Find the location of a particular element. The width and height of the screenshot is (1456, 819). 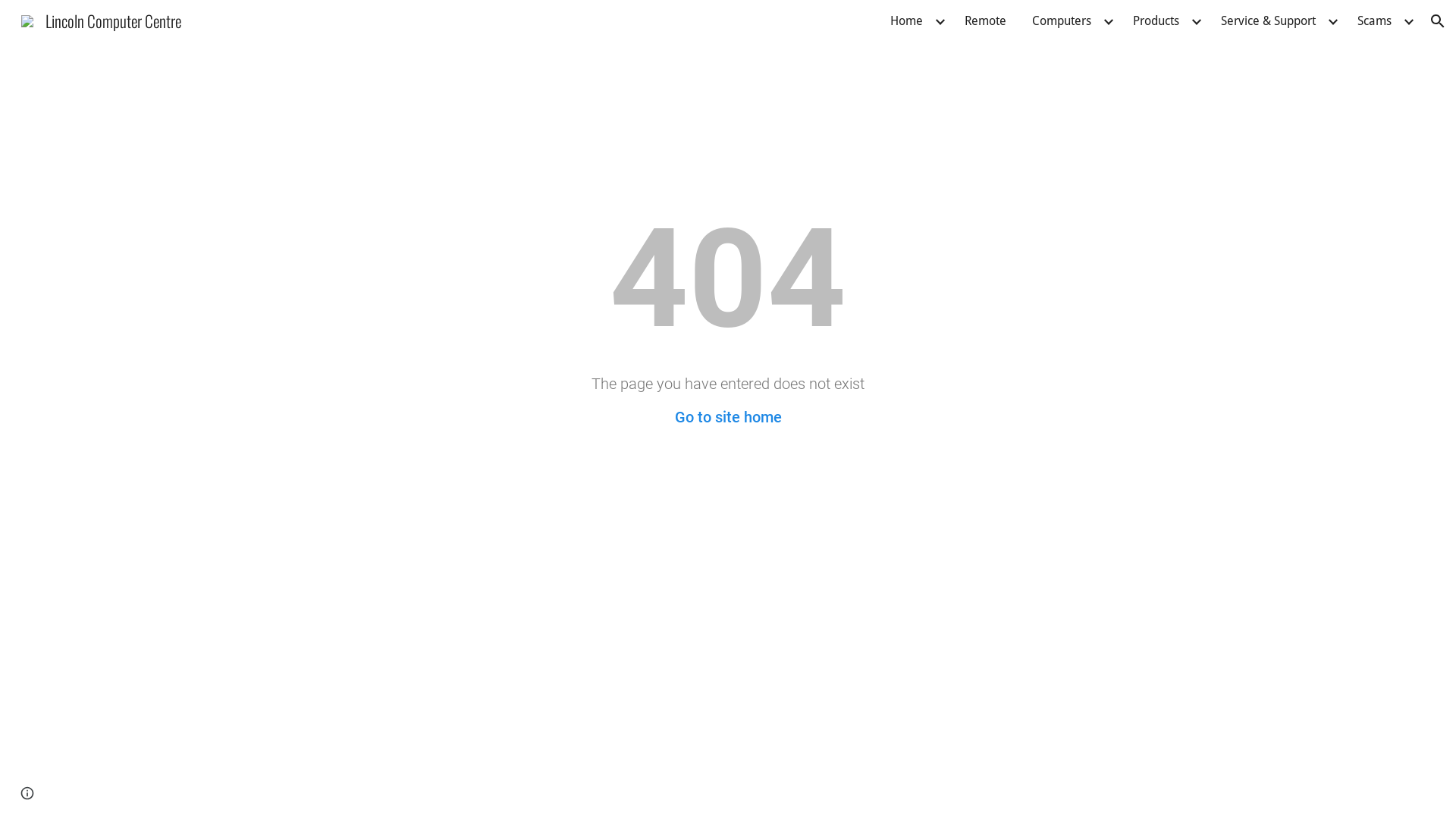

'Home' is located at coordinates (906, 20).